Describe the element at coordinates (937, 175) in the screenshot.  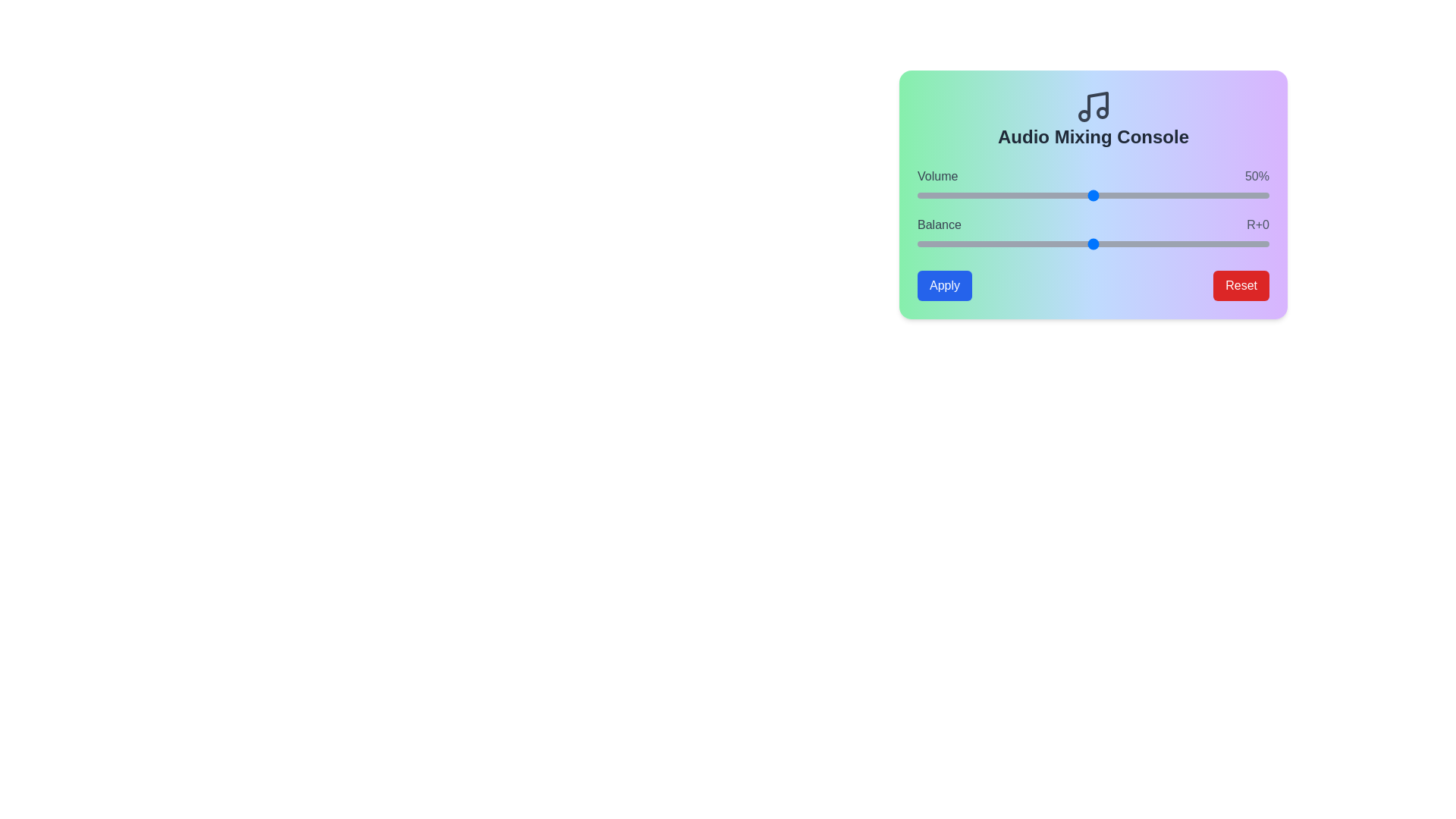
I see `the 'Volume' text label displayed in medium font weight and gray color located in the upper-left section of the panel` at that location.